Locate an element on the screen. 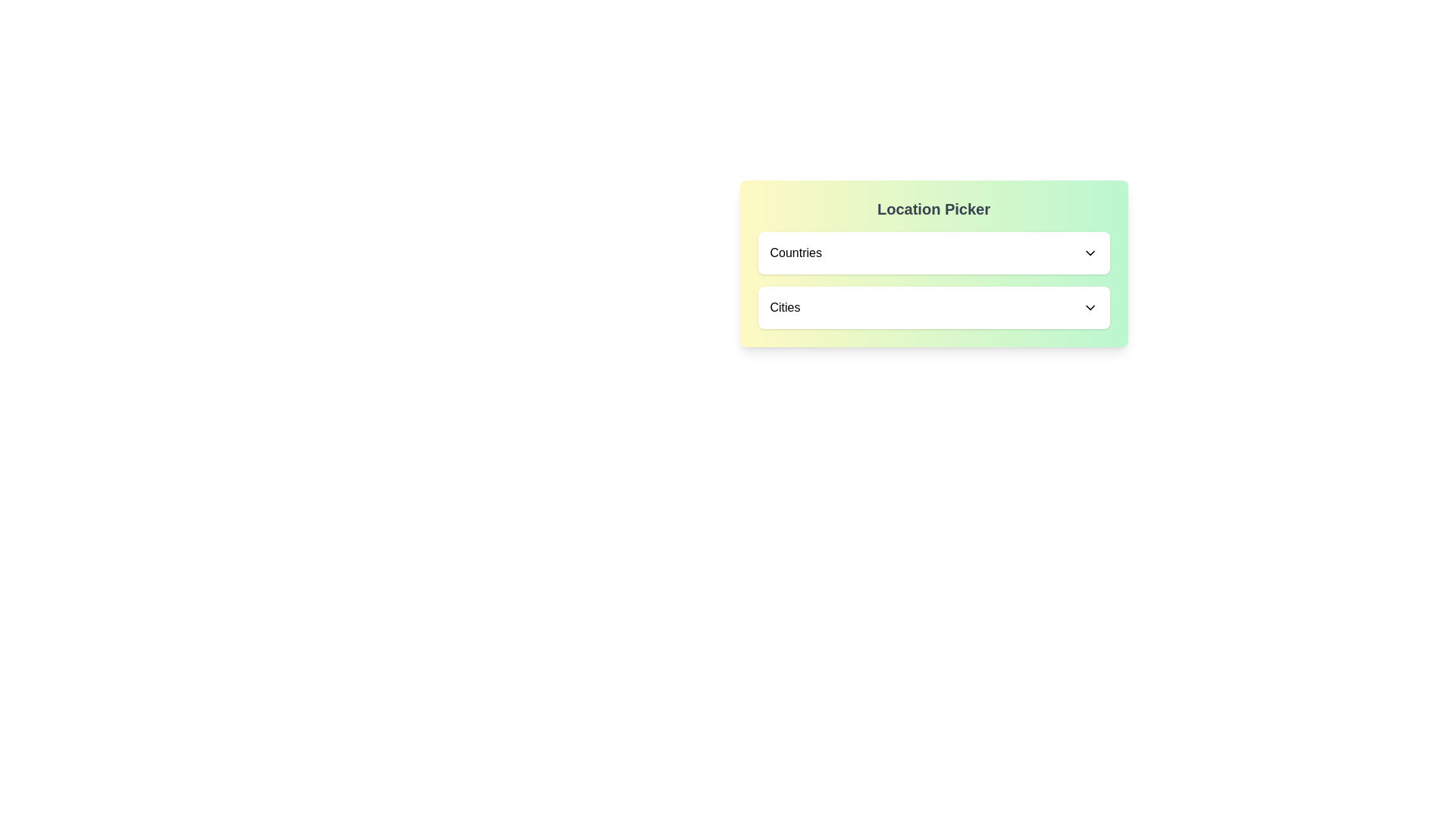 This screenshot has height=819, width=1456. text label displaying 'Cities' which is positioned in a dropdown selection interface above a chevron icon is located at coordinates (785, 307).